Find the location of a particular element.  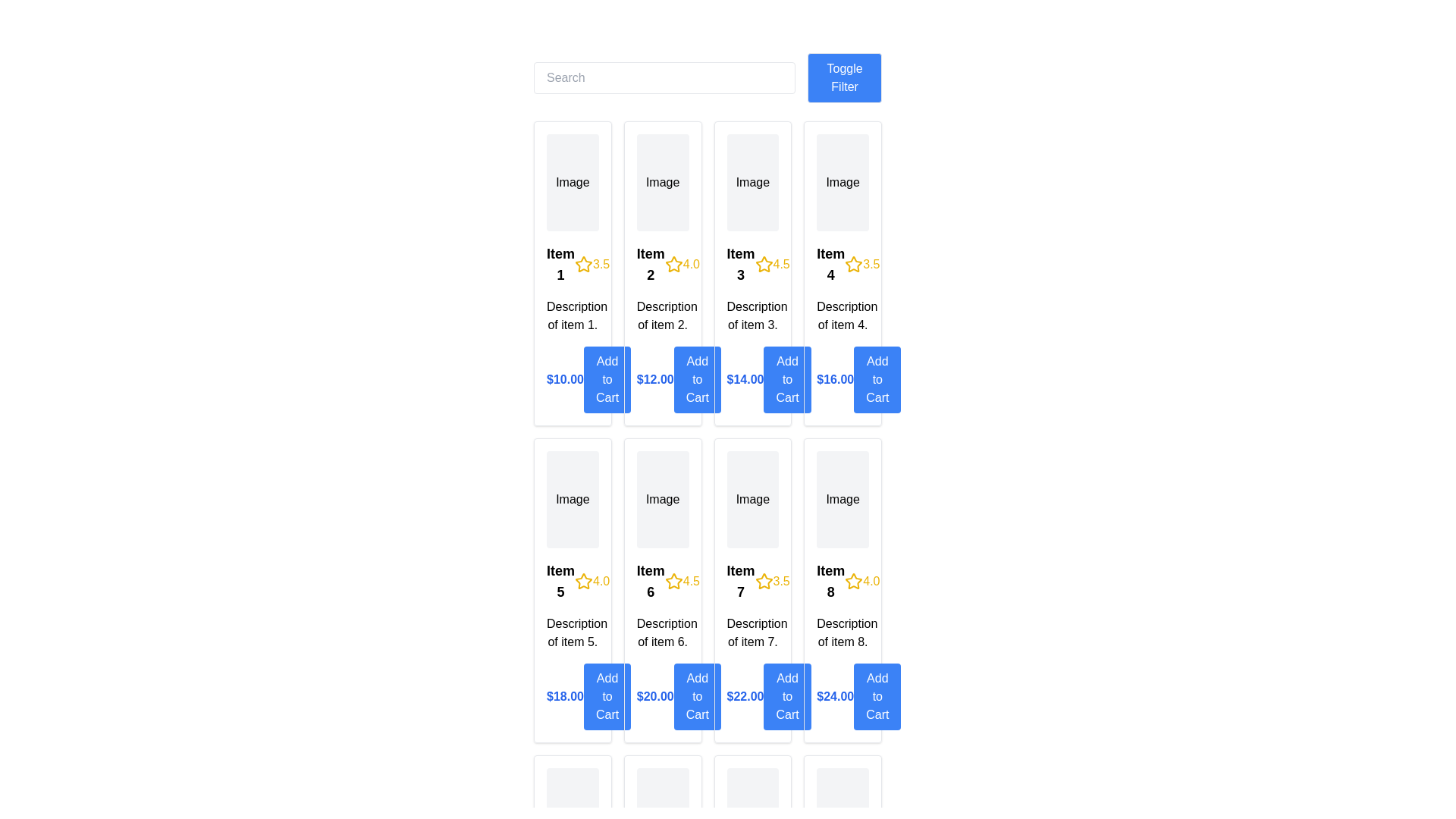

the Rating display element, which consists of a yellow star icon followed by the text '4.0', located in the card labeled 'Item 8' in the fourth column of the second row is located at coordinates (862, 581).